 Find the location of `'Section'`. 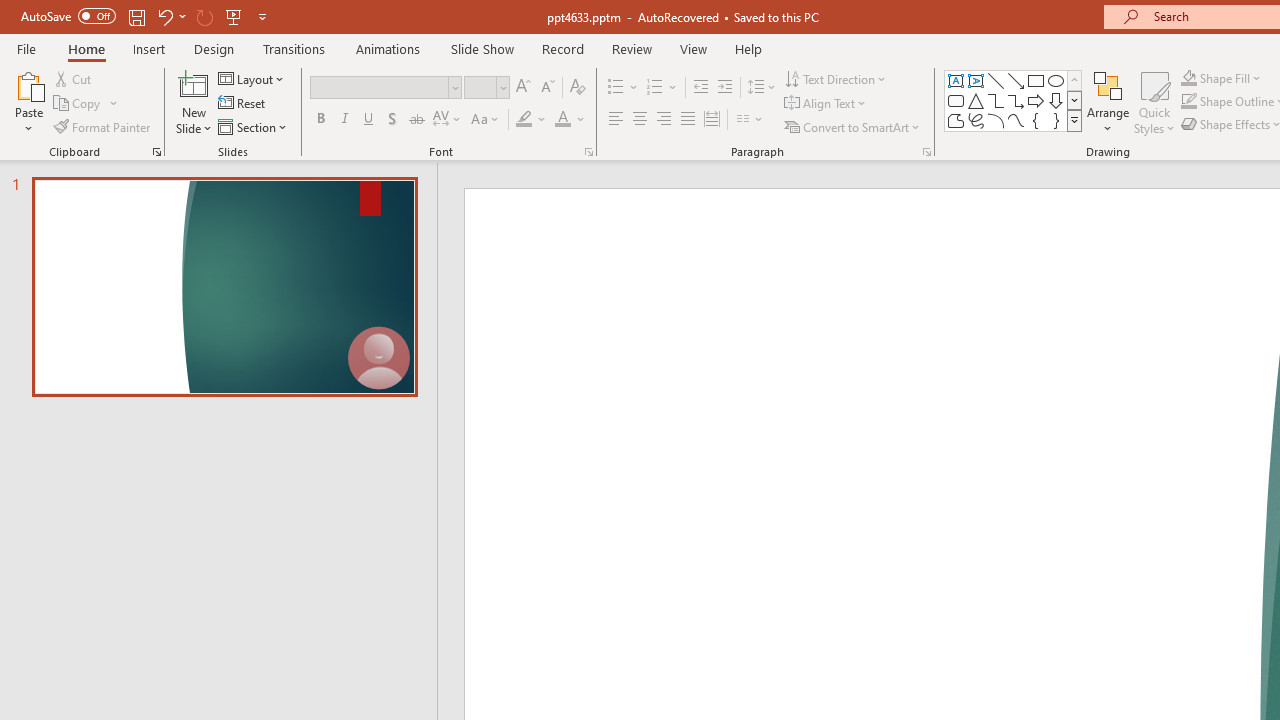

'Section' is located at coordinates (253, 127).